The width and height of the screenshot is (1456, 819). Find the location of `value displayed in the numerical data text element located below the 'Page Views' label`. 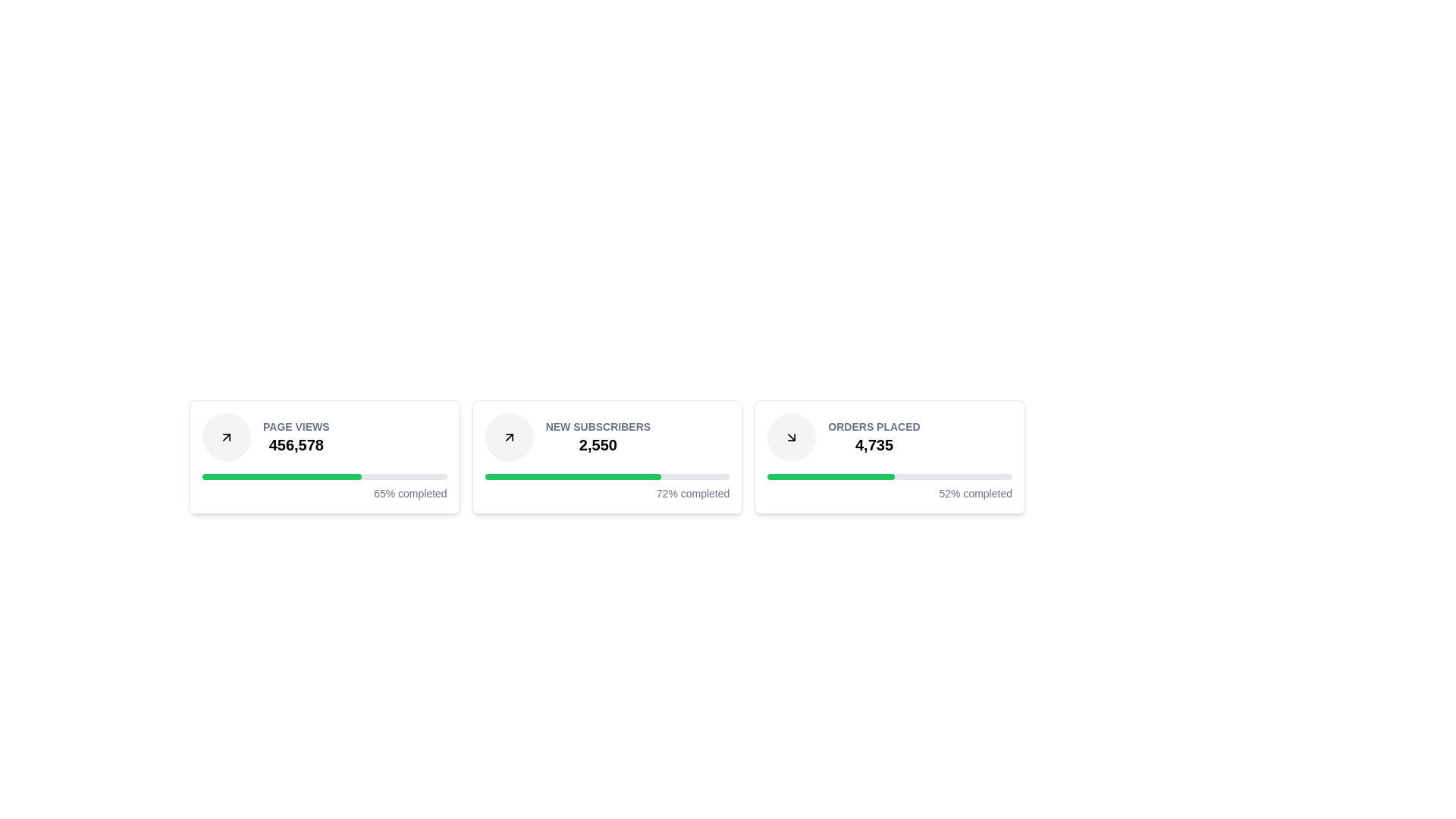

value displayed in the numerical data text element located below the 'Page Views' label is located at coordinates (296, 444).